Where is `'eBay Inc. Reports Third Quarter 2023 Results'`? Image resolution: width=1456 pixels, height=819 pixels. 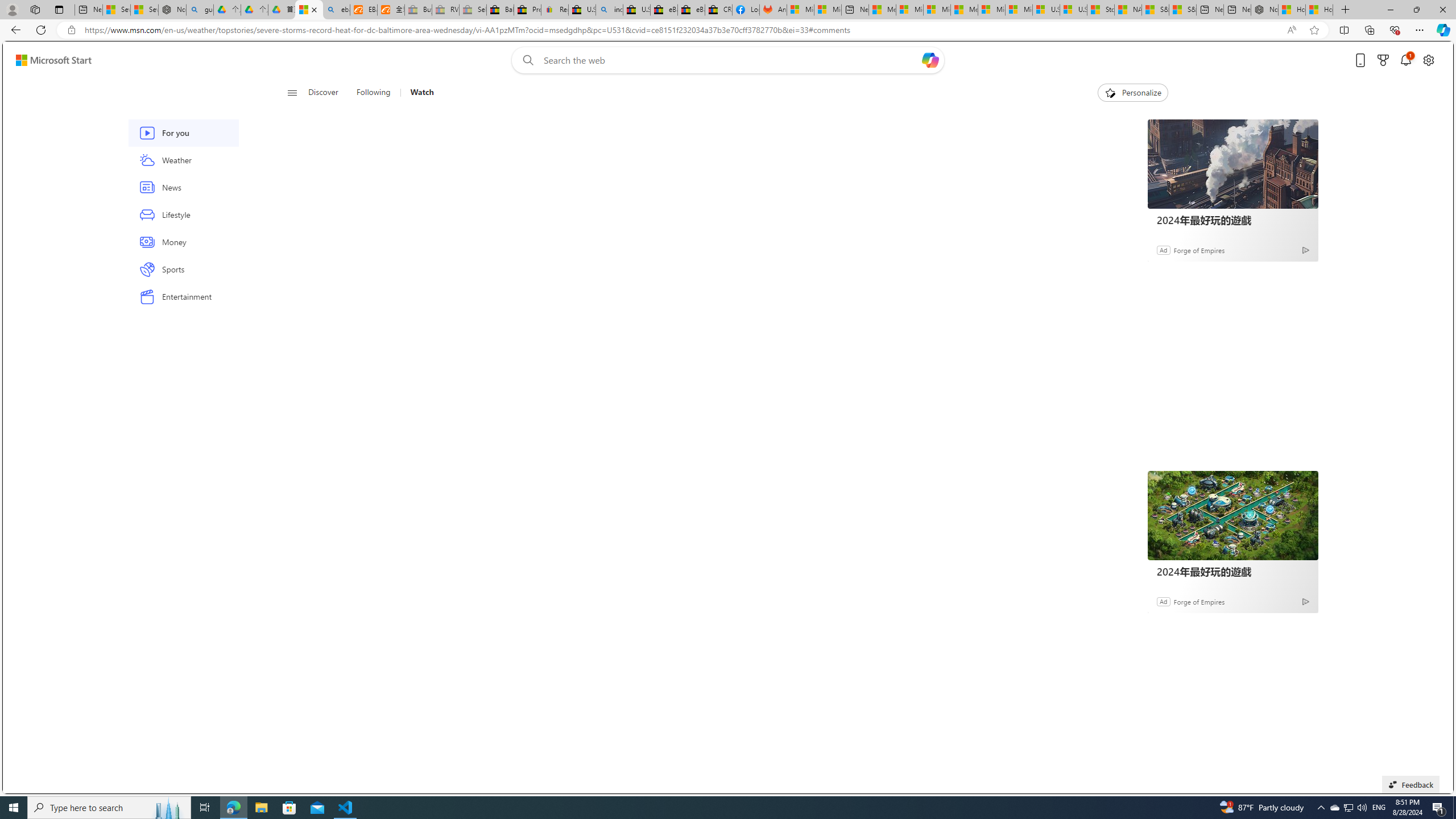 'eBay Inc. Reports Third Quarter 2023 Results' is located at coordinates (691, 9).